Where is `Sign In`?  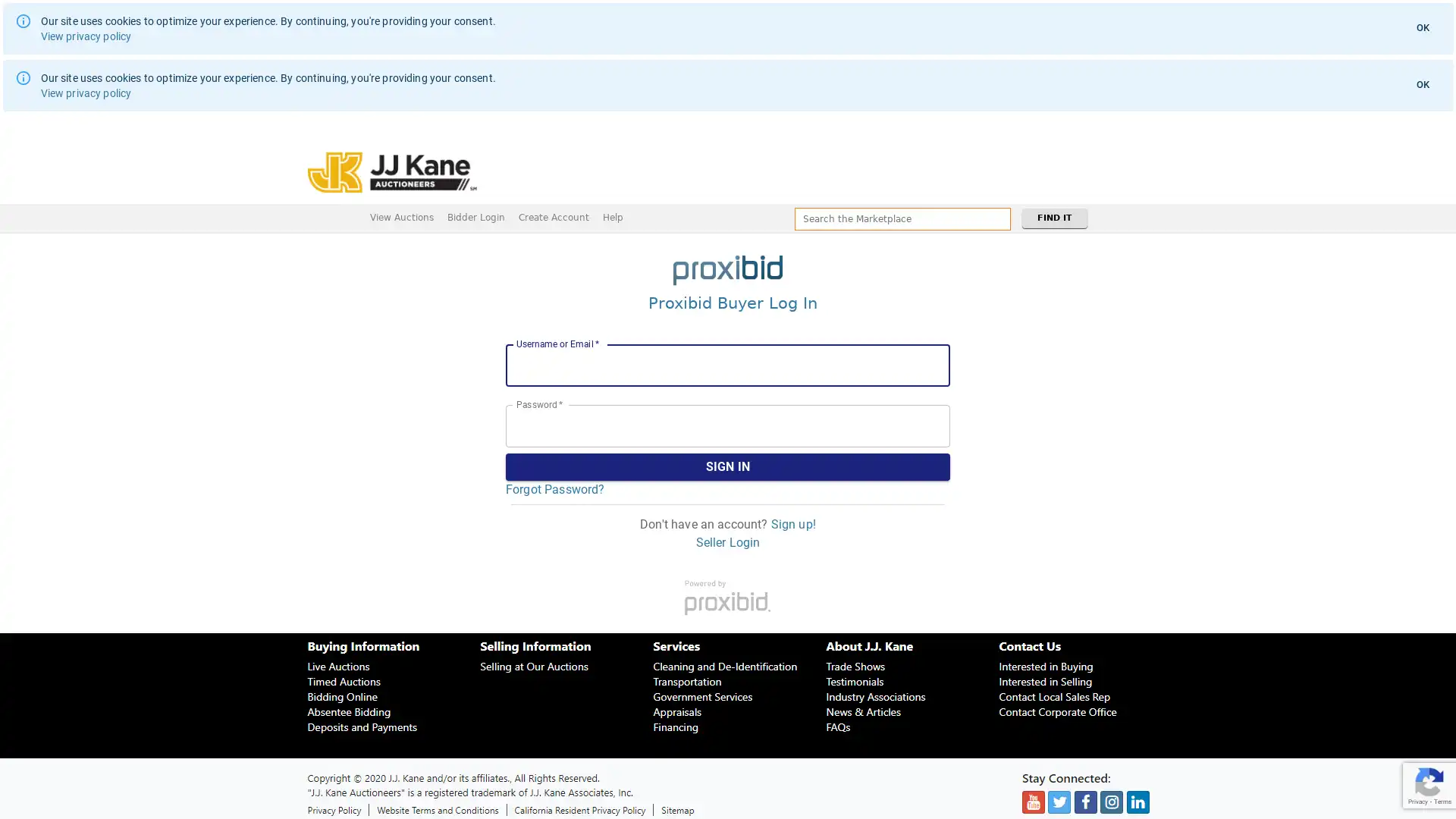 Sign In is located at coordinates (728, 466).